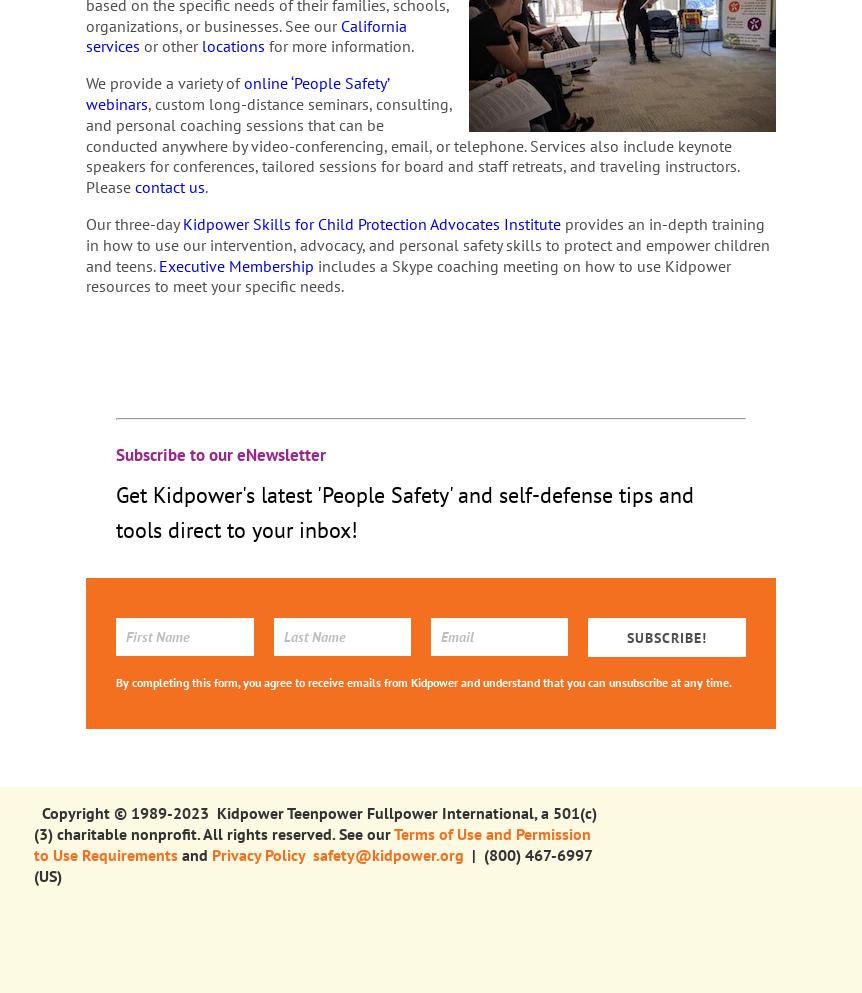  Describe the element at coordinates (311, 843) in the screenshot. I see `'Terms of Use and Permission to Use Requirements'` at that location.